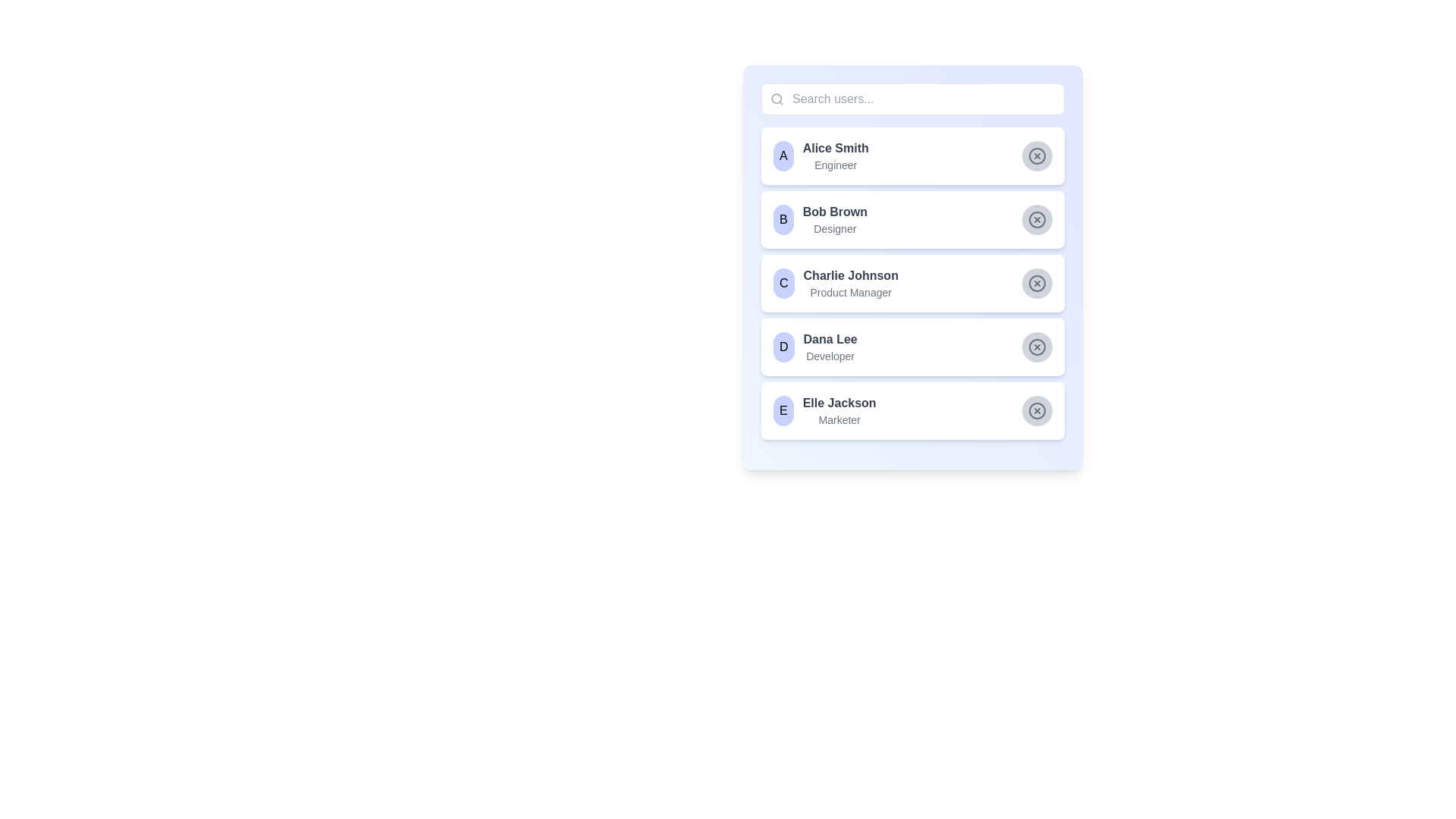 Image resolution: width=1456 pixels, height=819 pixels. I want to click on the user profile element displaying the avatar with 'A', name 'Alice Smith', and title 'Engineer', which is the first element in the list of user profiles located just below the search bar, so click(820, 155).